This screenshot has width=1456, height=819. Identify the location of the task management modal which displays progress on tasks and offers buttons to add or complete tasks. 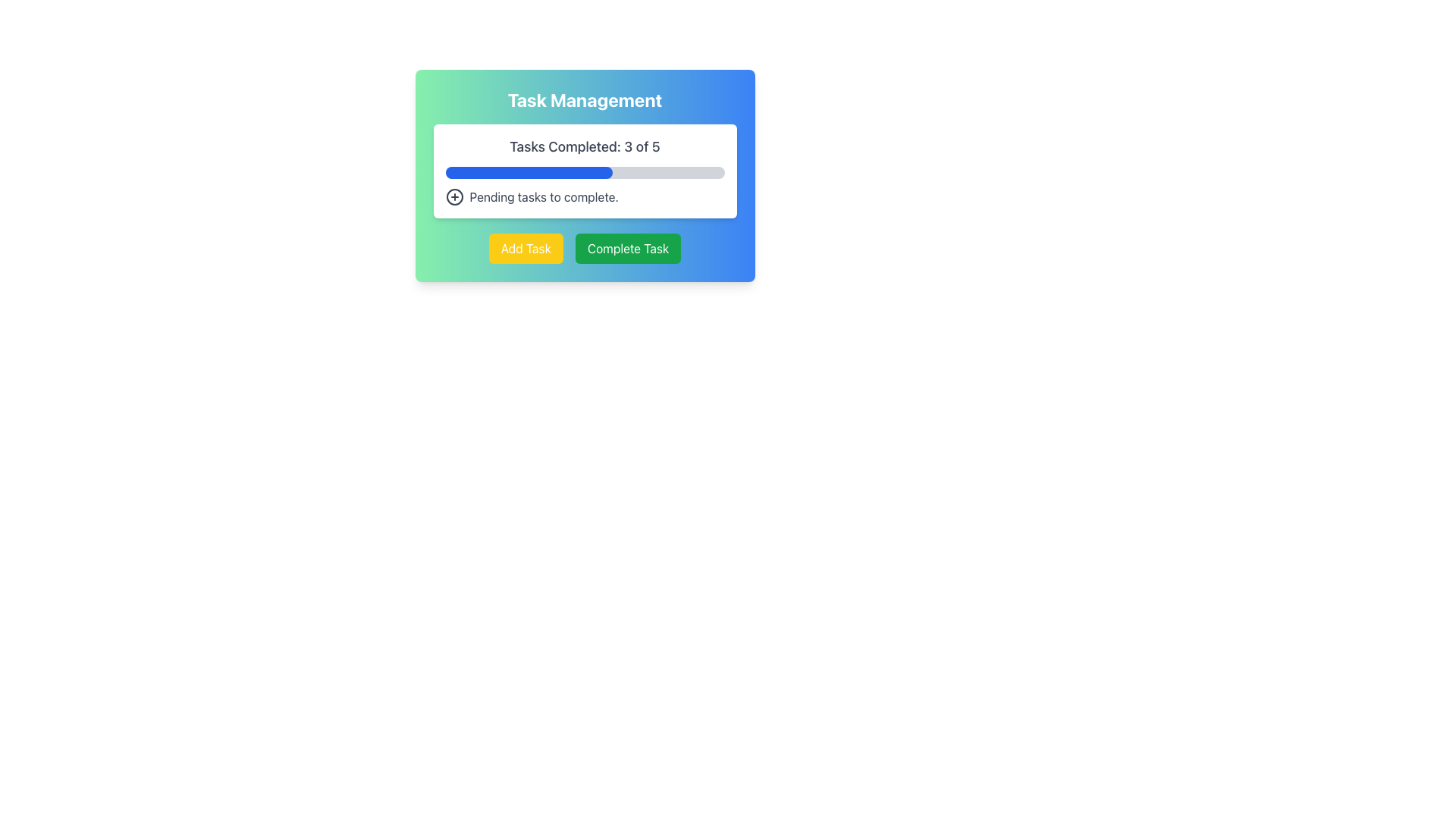
(584, 221).